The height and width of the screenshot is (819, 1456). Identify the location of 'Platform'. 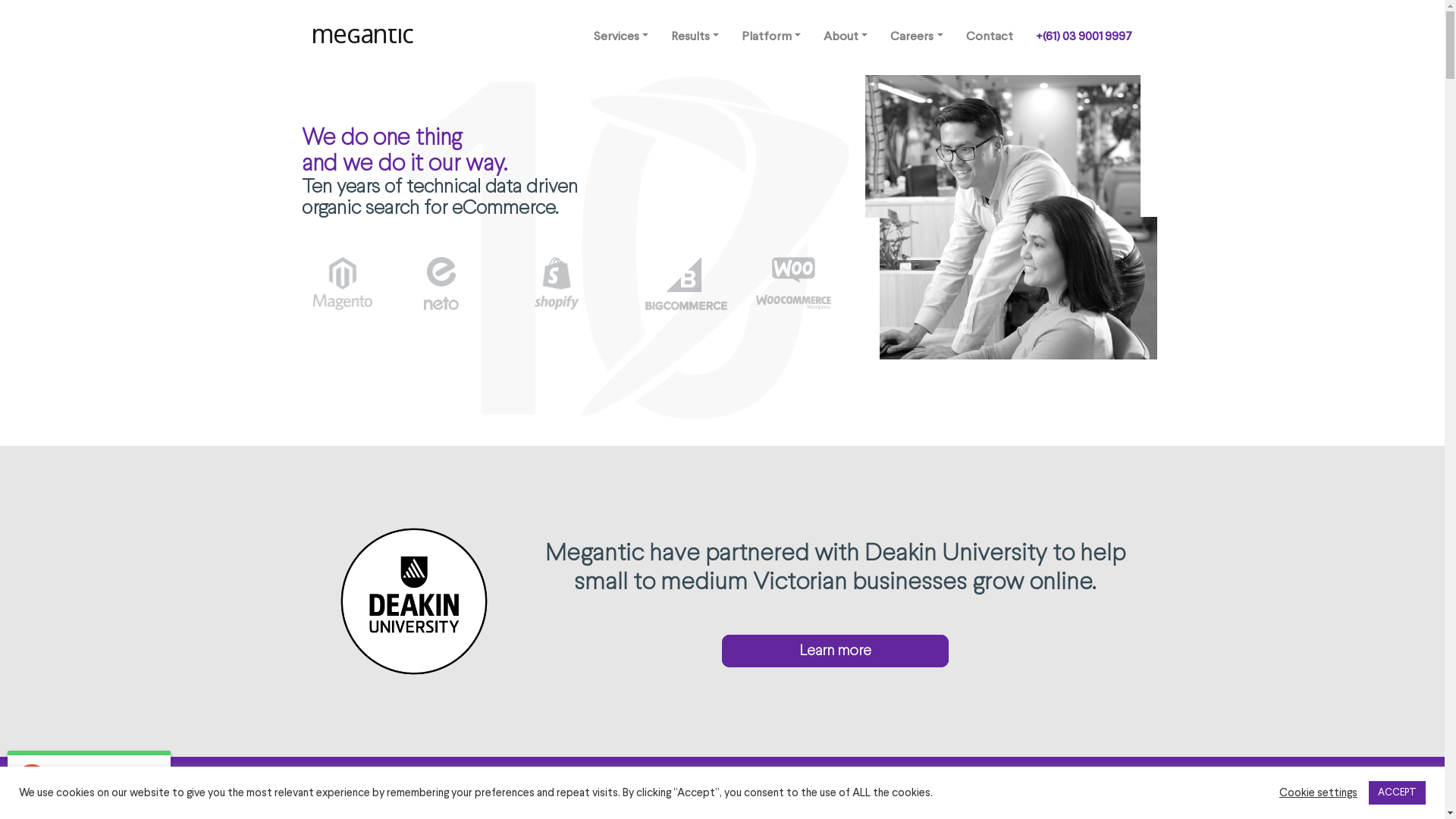
(771, 36).